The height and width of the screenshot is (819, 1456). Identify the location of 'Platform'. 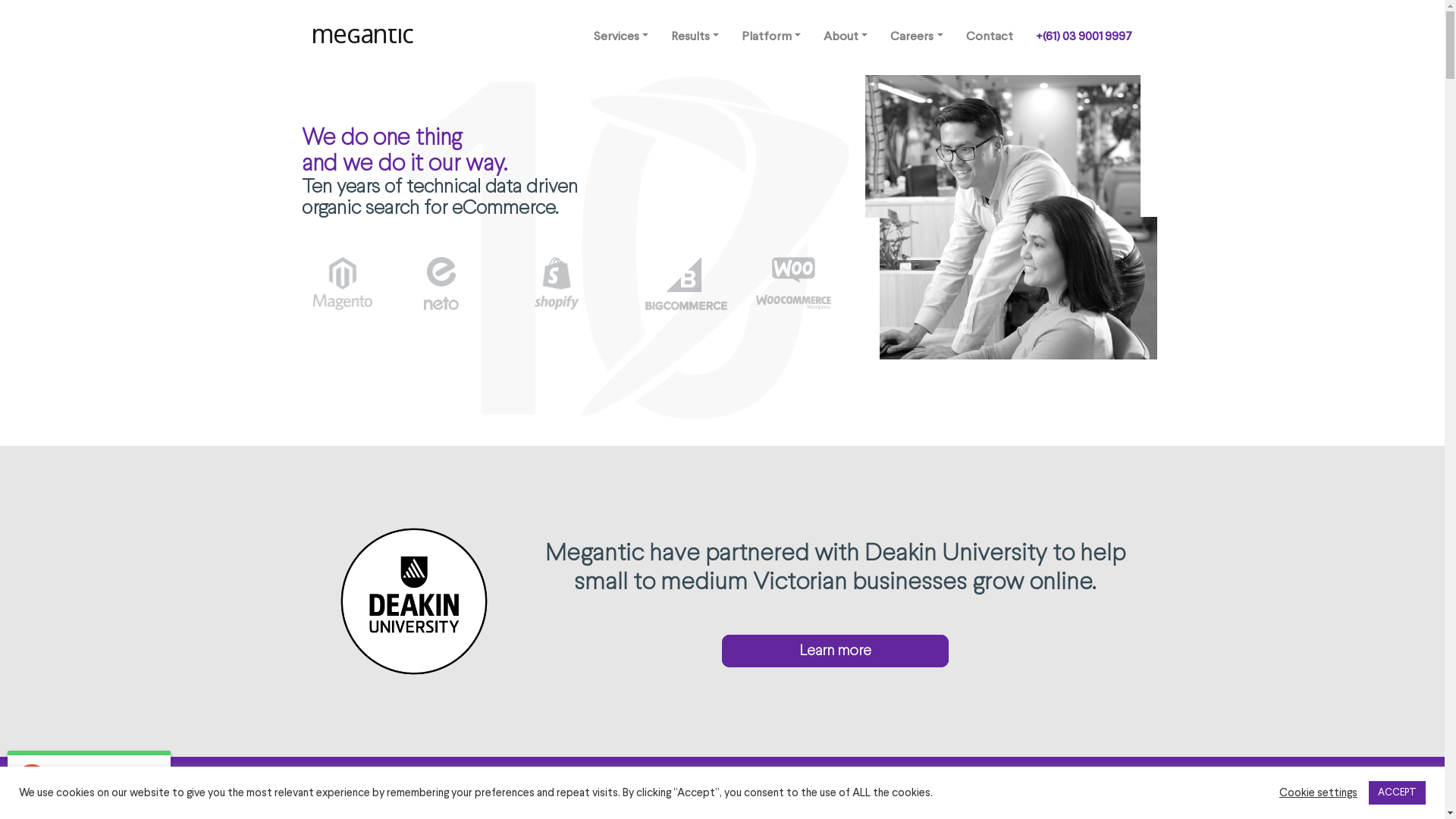
(771, 36).